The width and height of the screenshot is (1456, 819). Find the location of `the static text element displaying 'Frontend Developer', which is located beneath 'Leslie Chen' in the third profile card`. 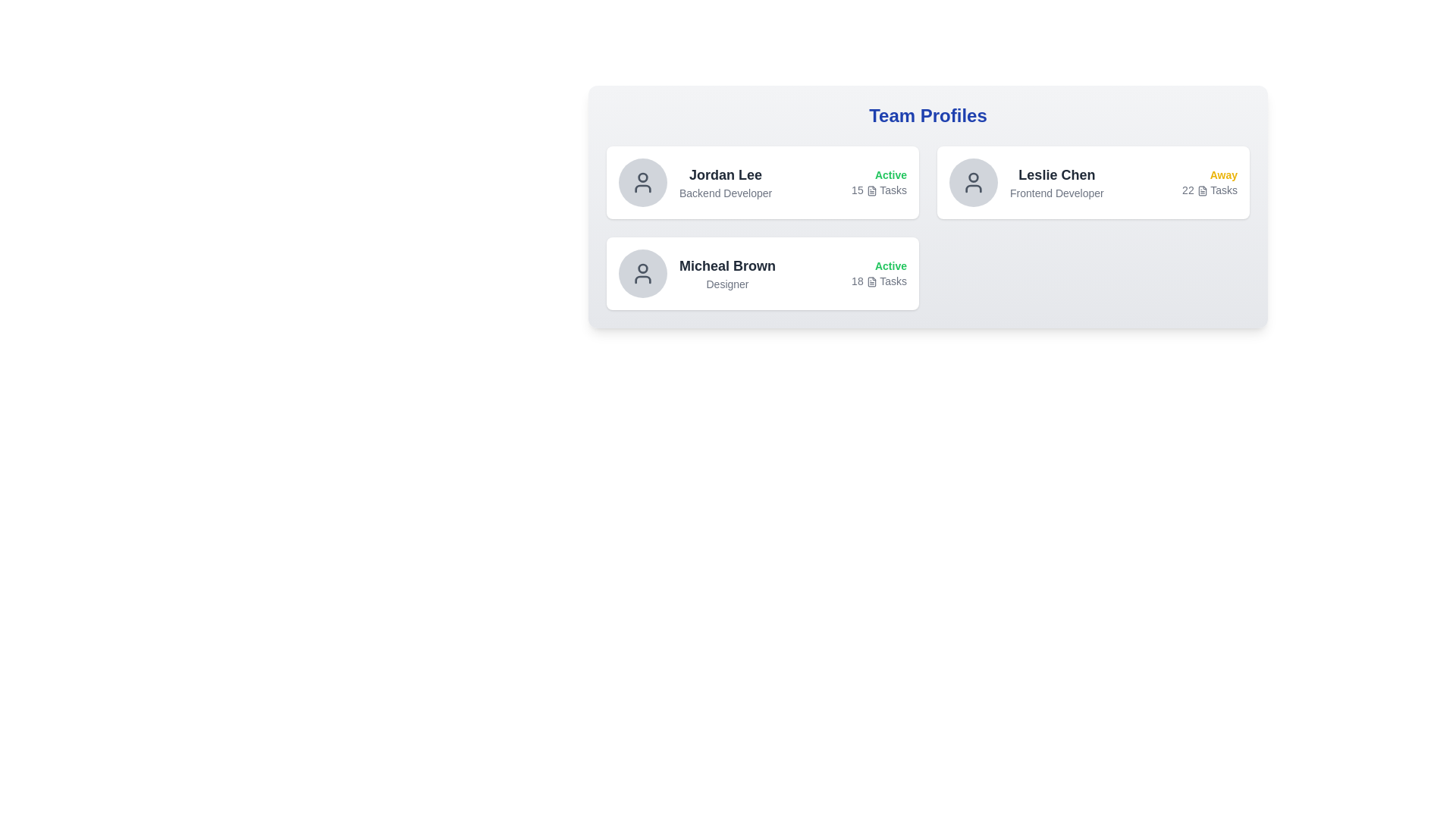

the static text element displaying 'Frontend Developer', which is located beneath 'Leslie Chen' in the third profile card is located at coordinates (1056, 192).